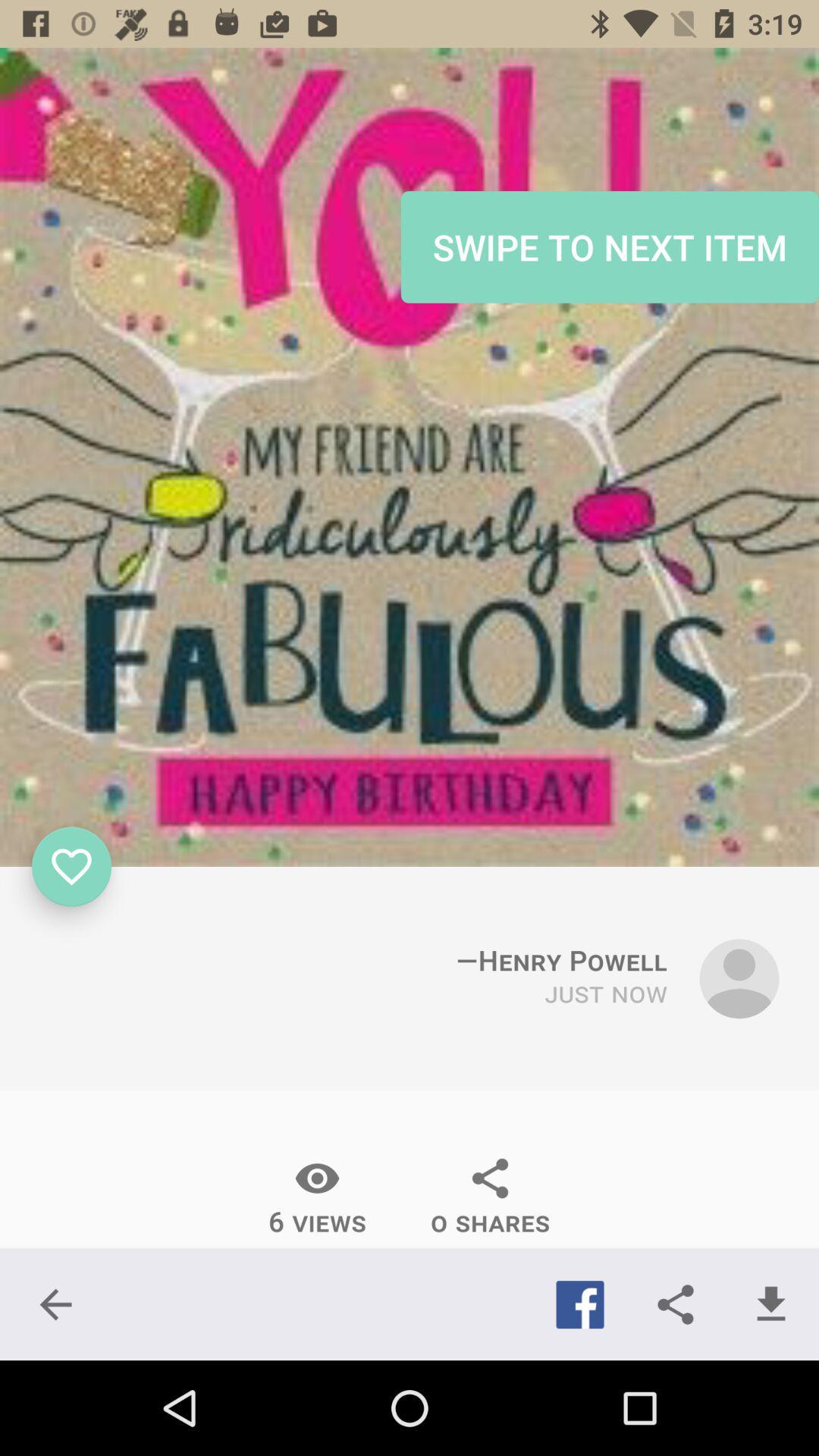 The width and height of the screenshot is (819, 1456). I want to click on the icon along with the text 6 views, so click(317, 1197).